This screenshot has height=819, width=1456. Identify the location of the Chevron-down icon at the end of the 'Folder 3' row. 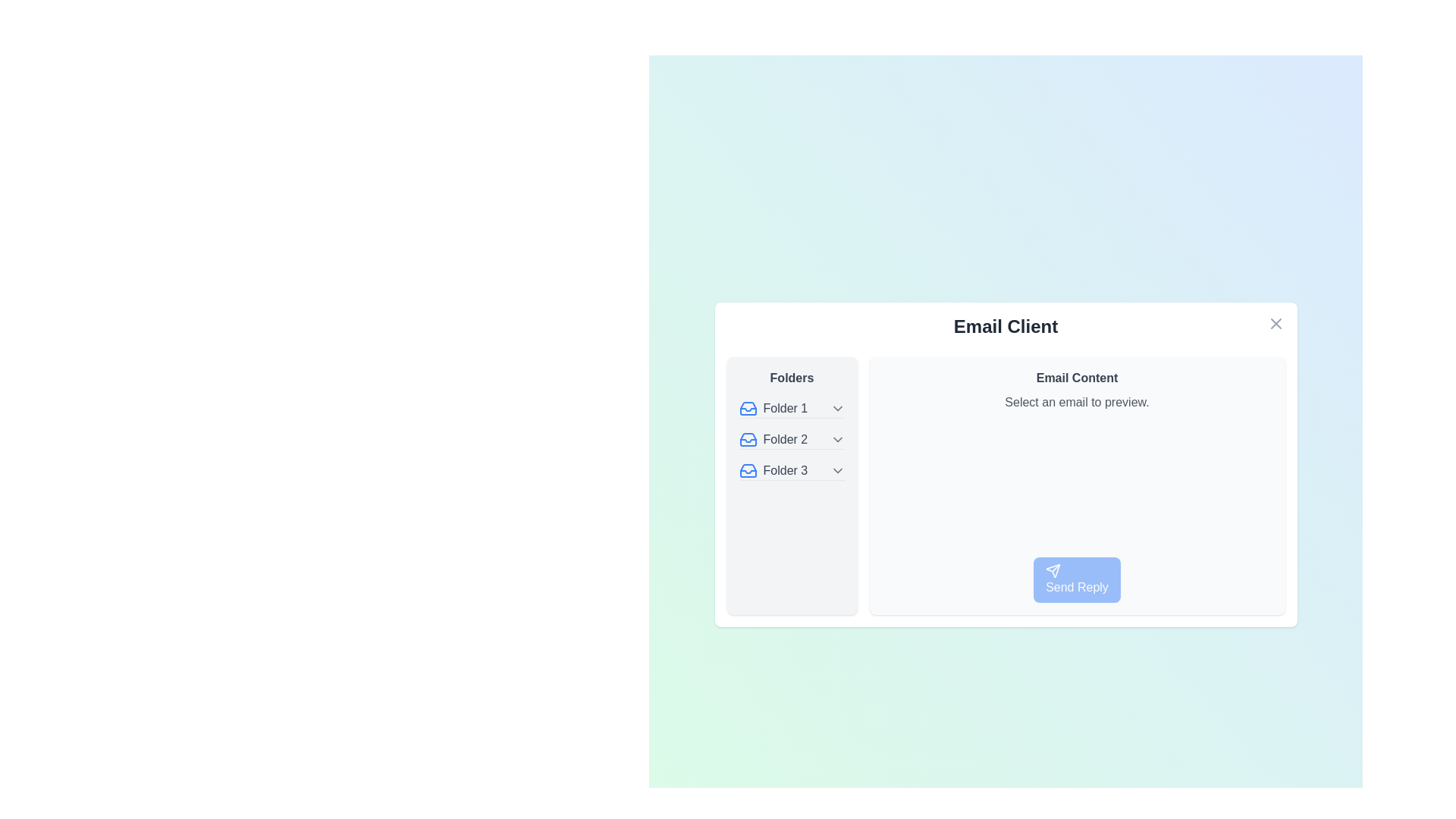
(836, 470).